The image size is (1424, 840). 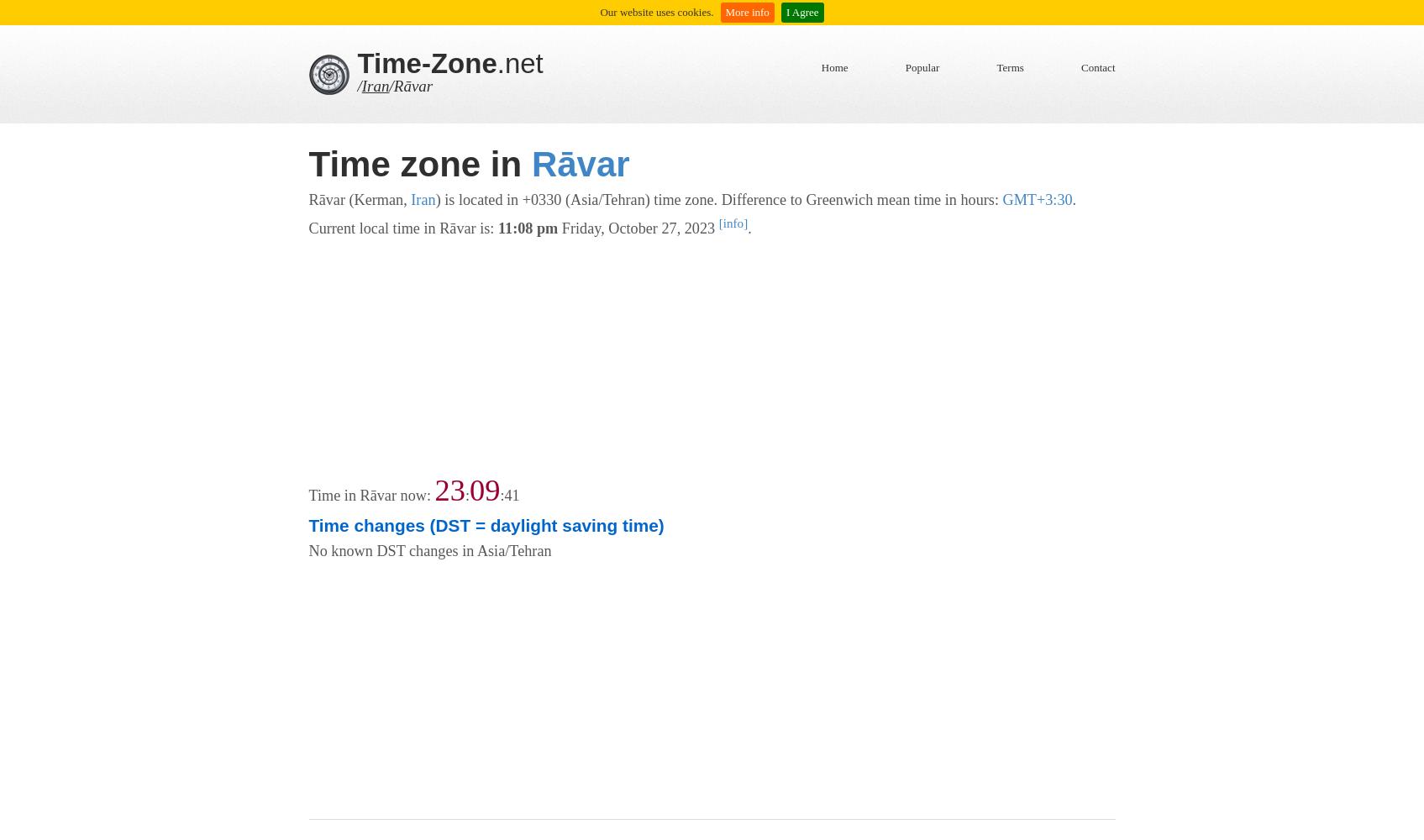 What do you see at coordinates (1098, 66) in the screenshot?
I see `'Contact'` at bounding box center [1098, 66].